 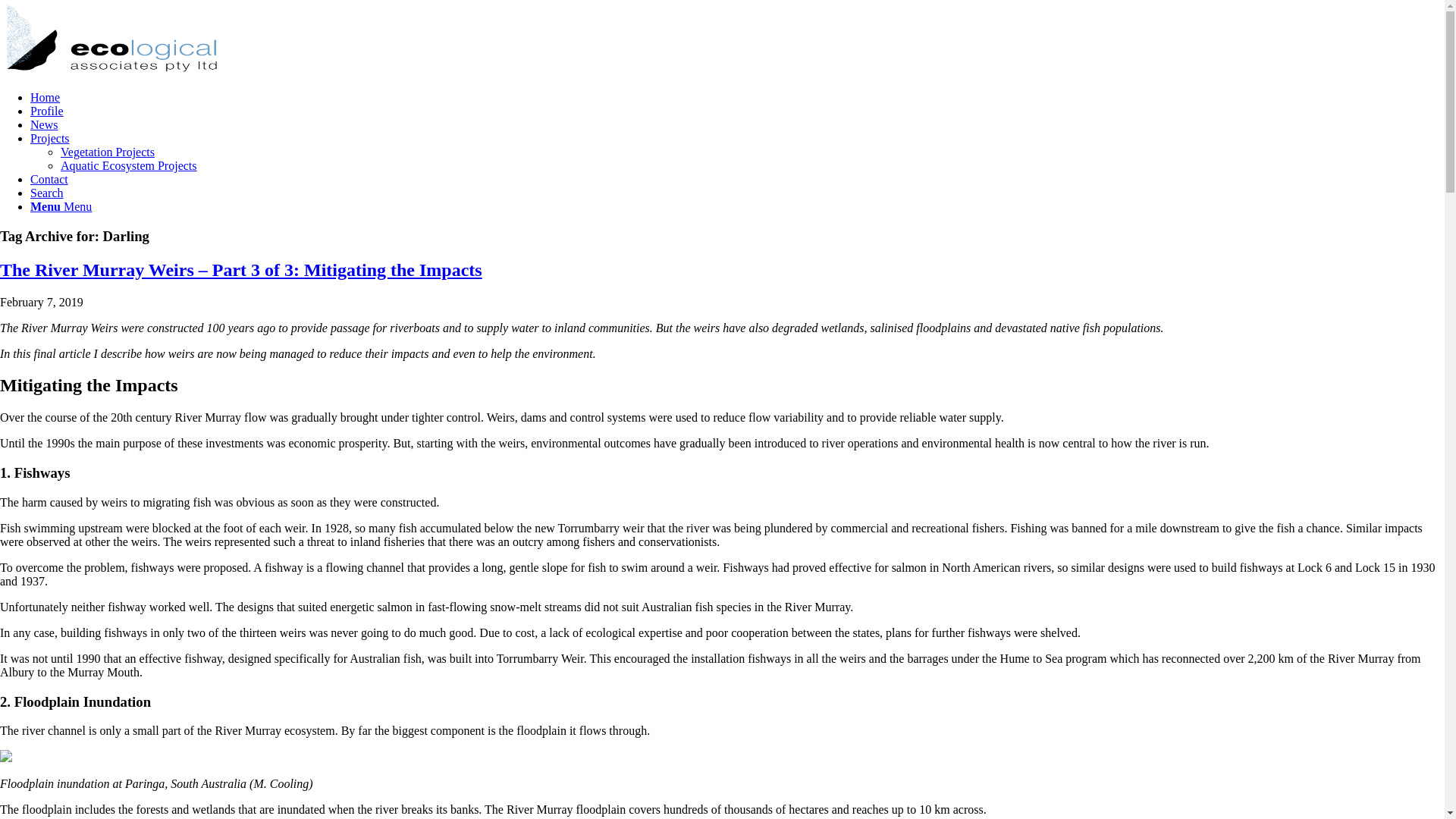 I want to click on 'Search', so click(x=47, y=192).